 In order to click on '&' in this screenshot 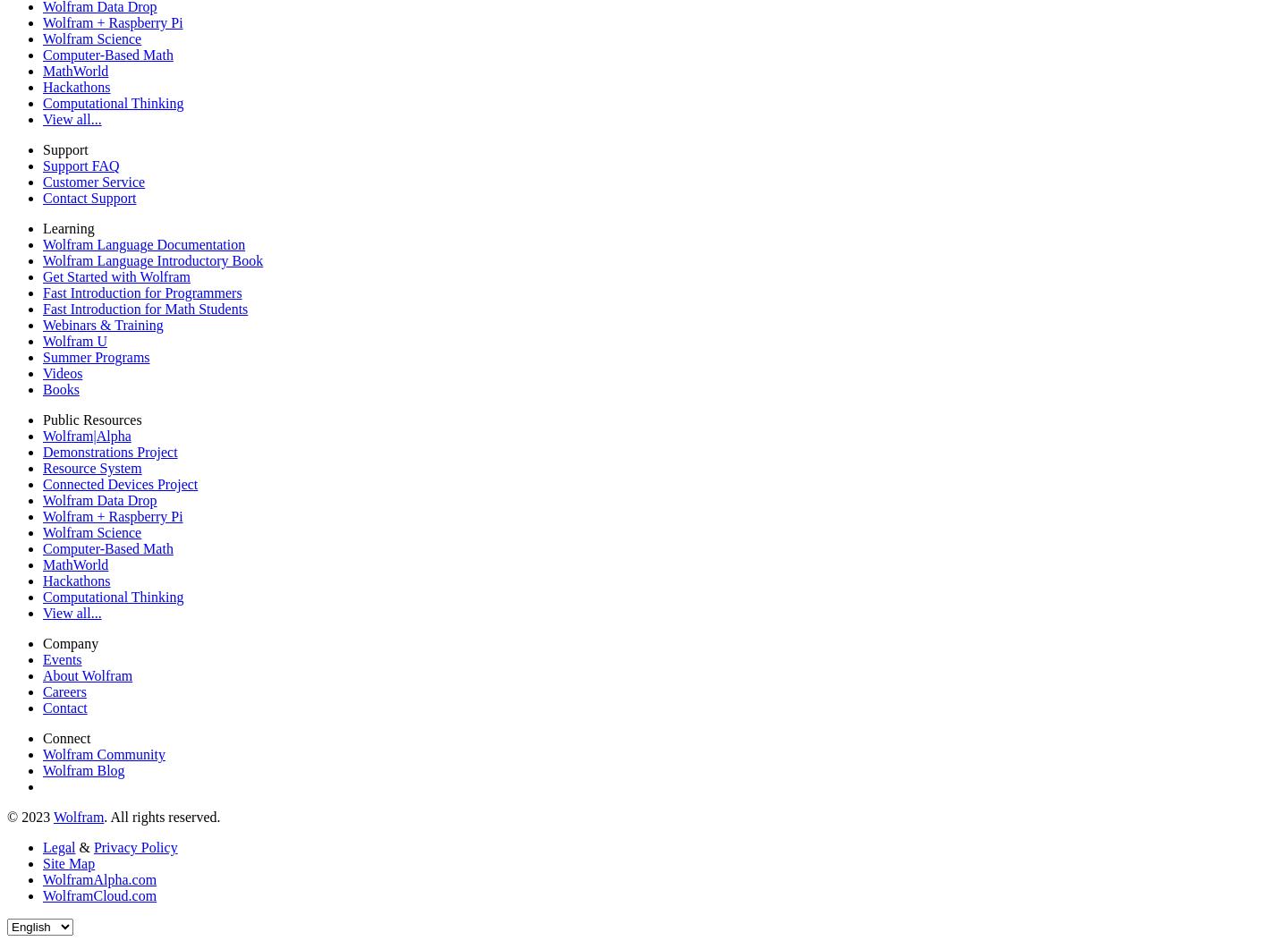, I will do `click(74, 846)`.